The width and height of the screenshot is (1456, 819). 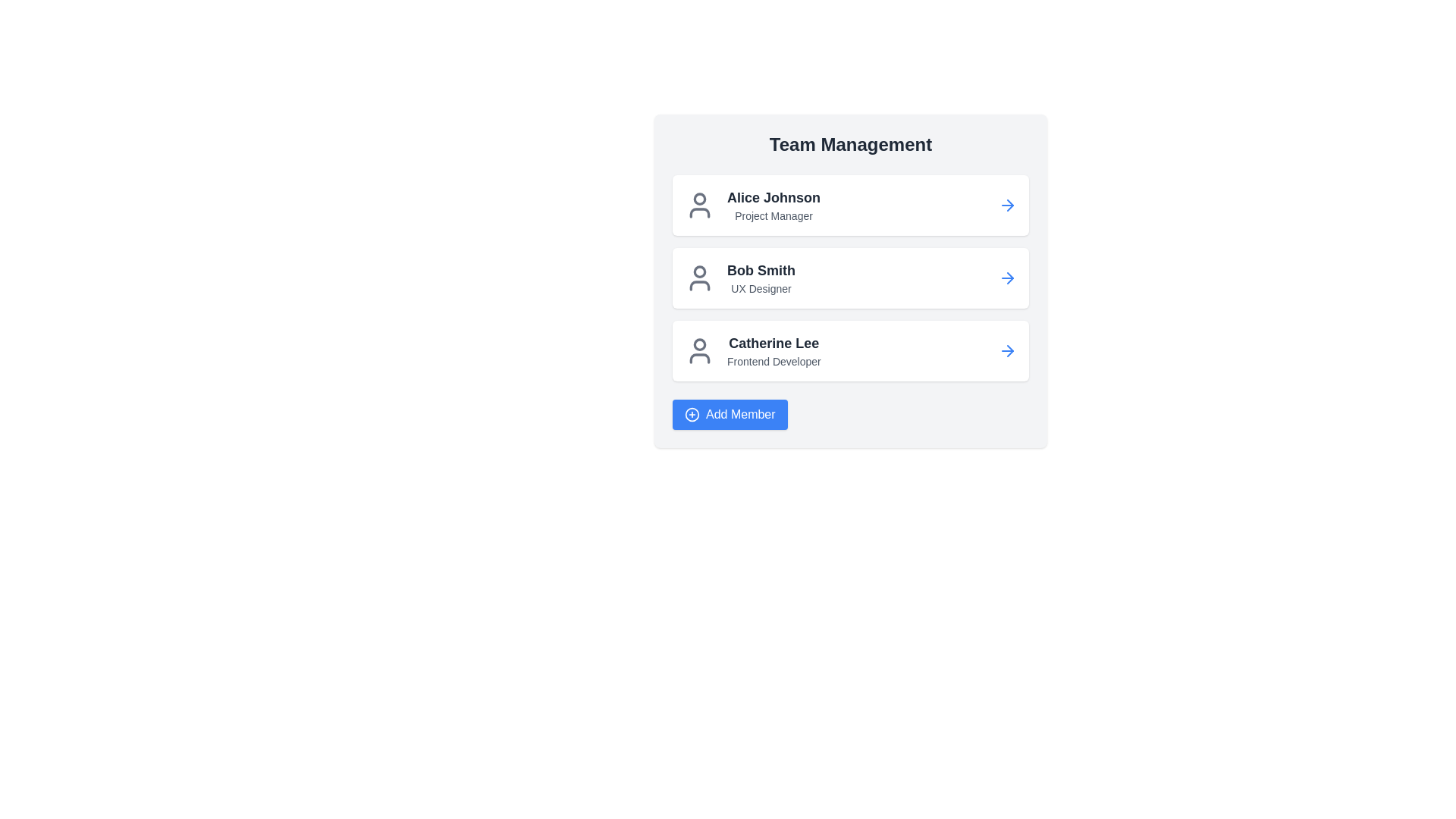 What do you see at coordinates (691, 415) in the screenshot?
I see `the blue circle icon with a white border inside the 'Add Member' button, located below the list of team members` at bounding box center [691, 415].